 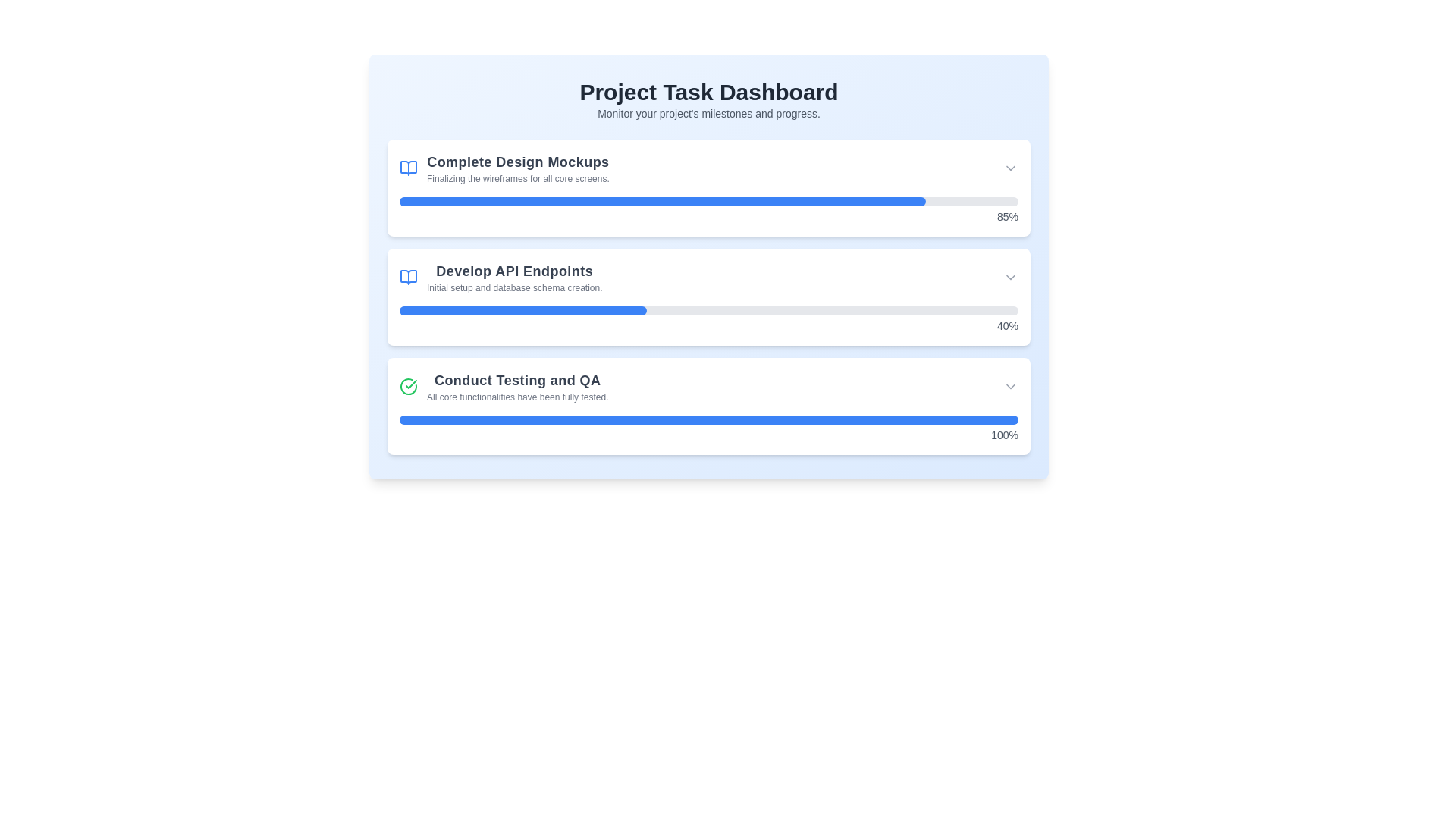 I want to click on the summary and status indicator for the task named 'Complete Design Mockups' located at the top of the task list in the dashboard interface, so click(x=708, y=168).